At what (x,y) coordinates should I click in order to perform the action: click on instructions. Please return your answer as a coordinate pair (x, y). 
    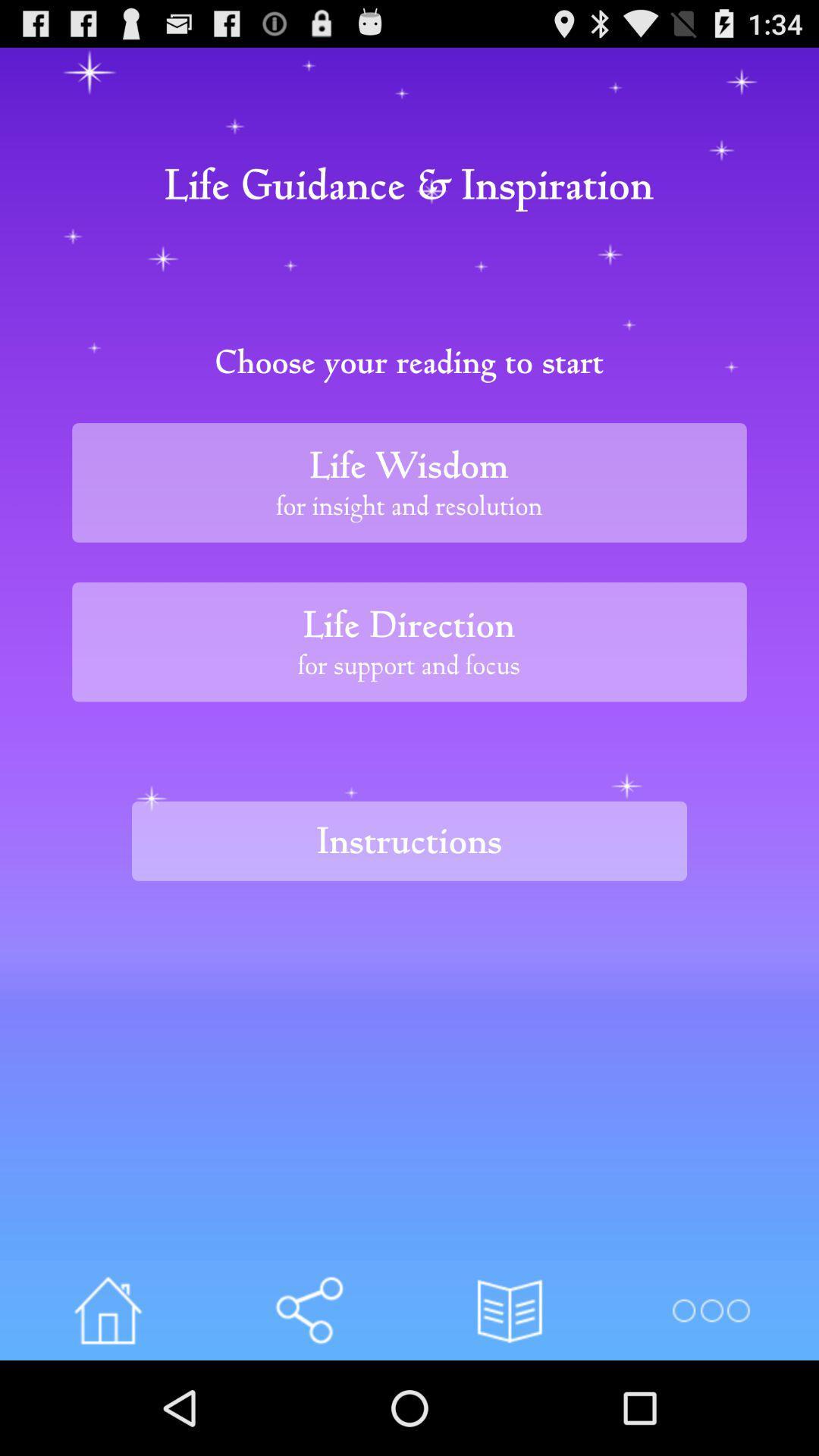
    Looking at the image, I should click on (409, 840).